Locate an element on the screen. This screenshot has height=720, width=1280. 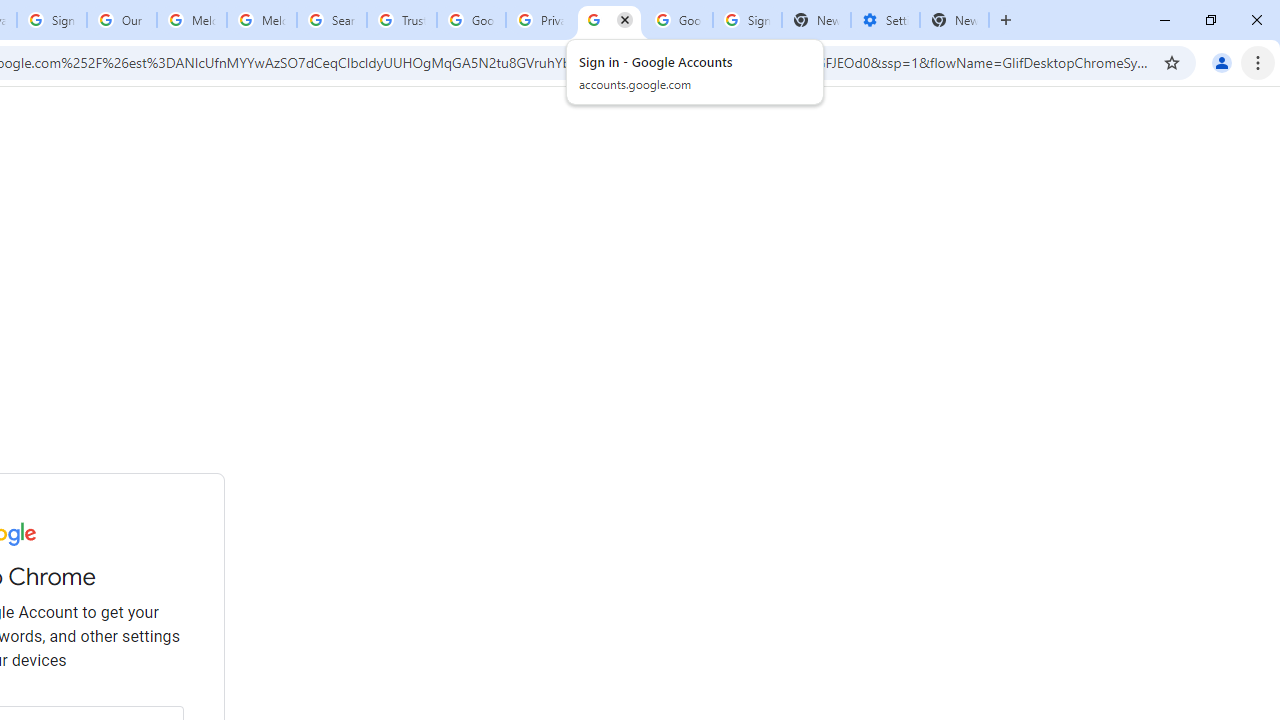
'Trusted Information and Content - Google Safety Center' is located at coordinates (400, 20).